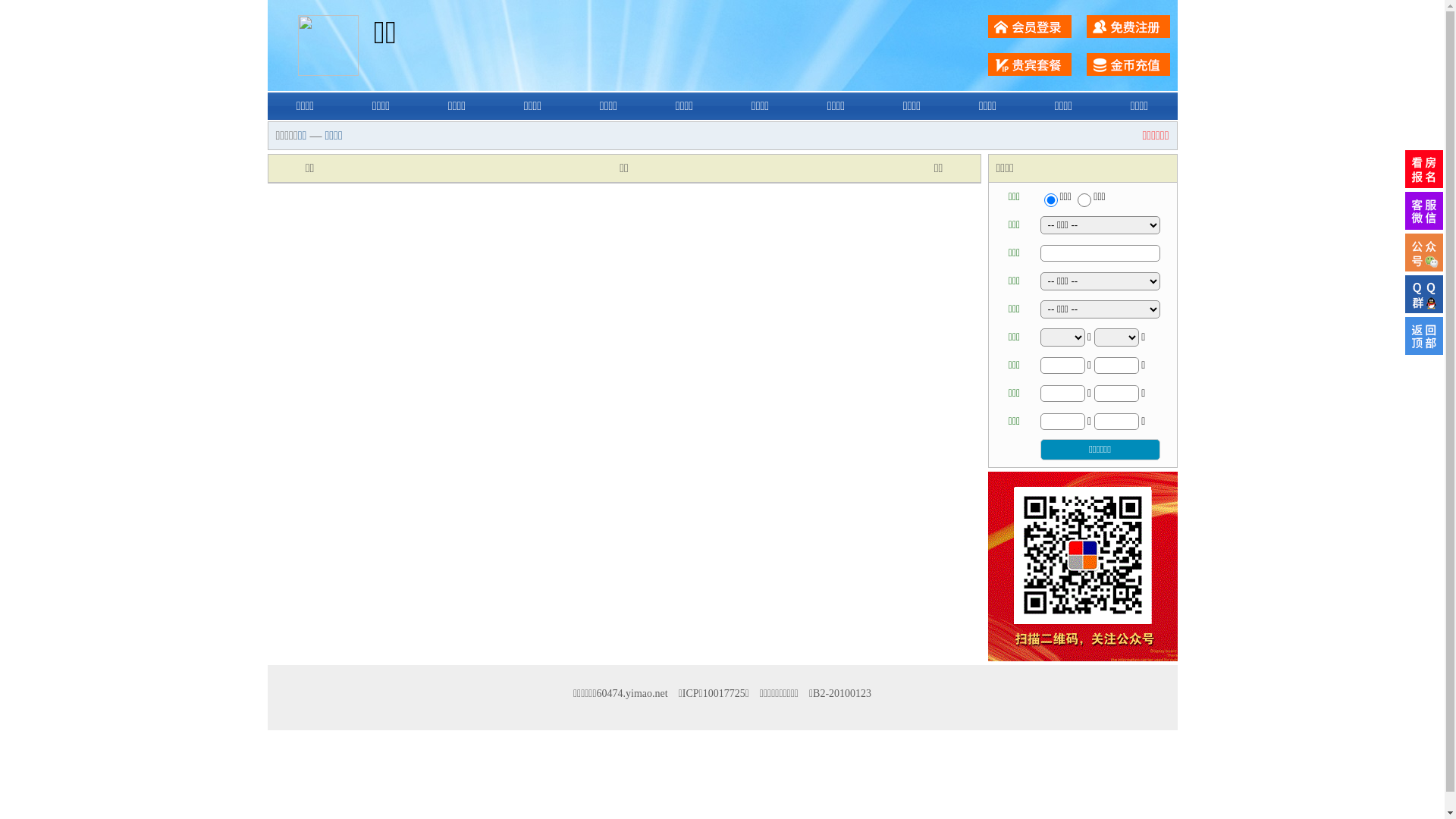  Describe the element at coordinates (1050, 199) in the screenshot. I see `'ershou'` at that location.